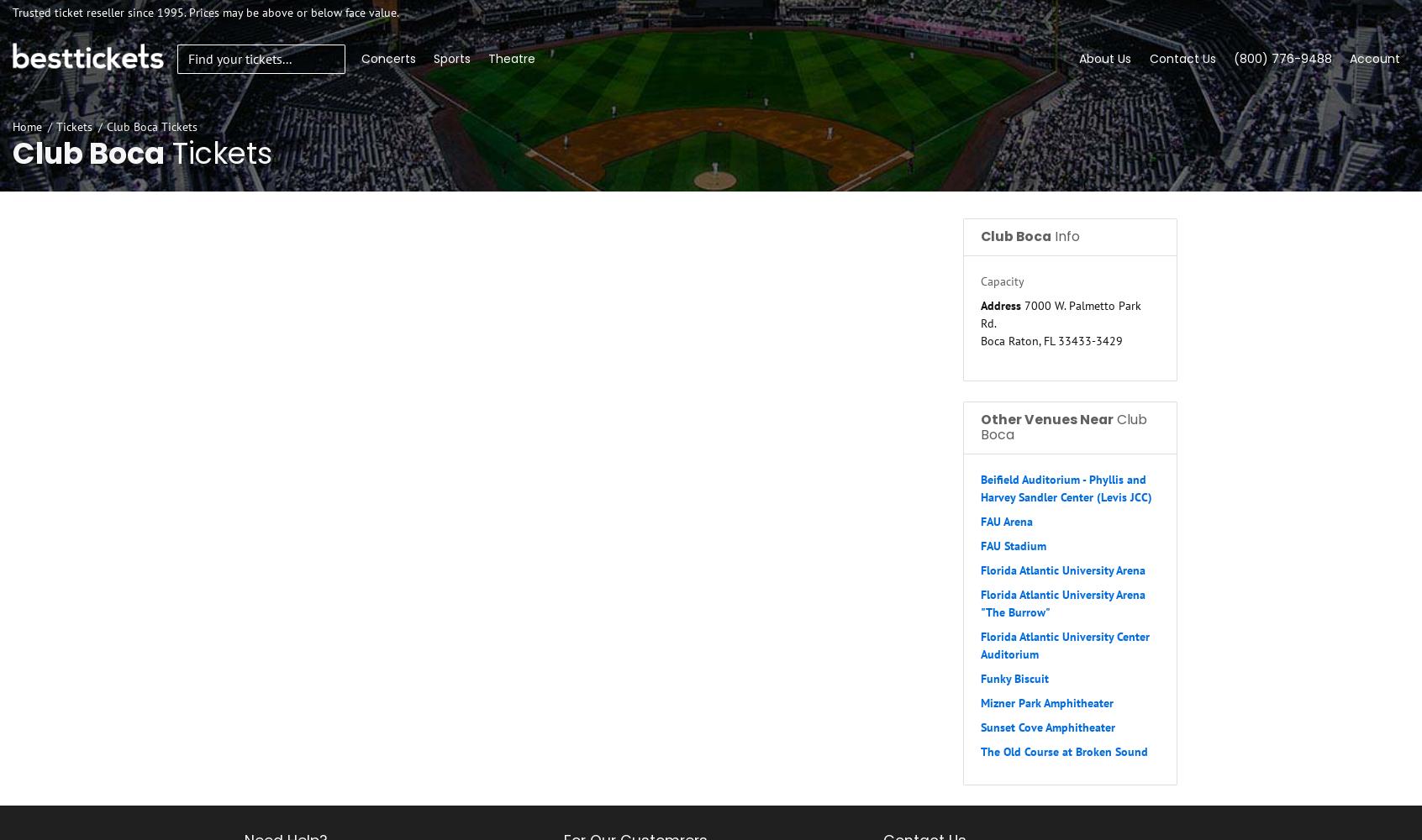 This screenshot has height=840, width=1422. I want to click on 'Beifield Auditorium - Phyllis and Harvey Sandler Center (Levis JCC)', so click(1066, 487).